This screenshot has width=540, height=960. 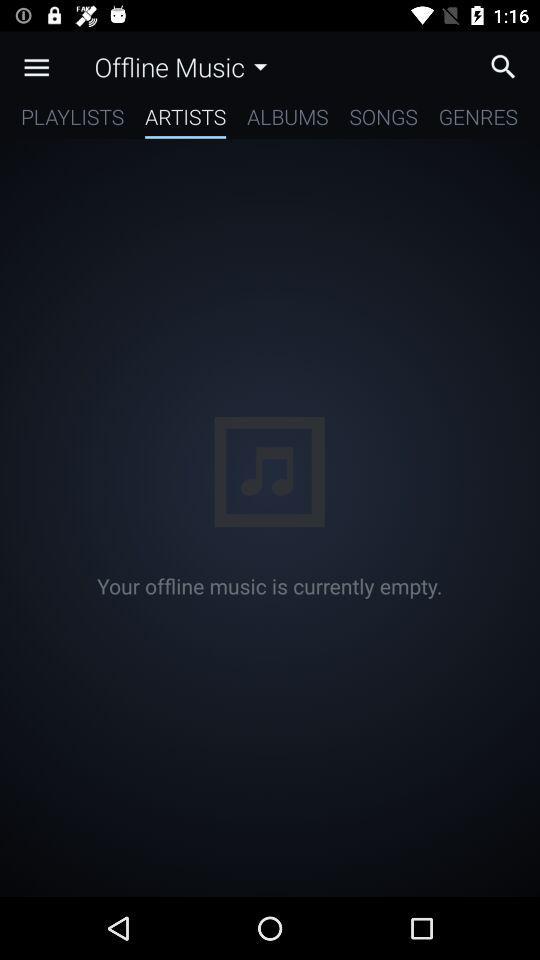 I want to click on the item to the left of the offline music, so click(x=36, y=67).